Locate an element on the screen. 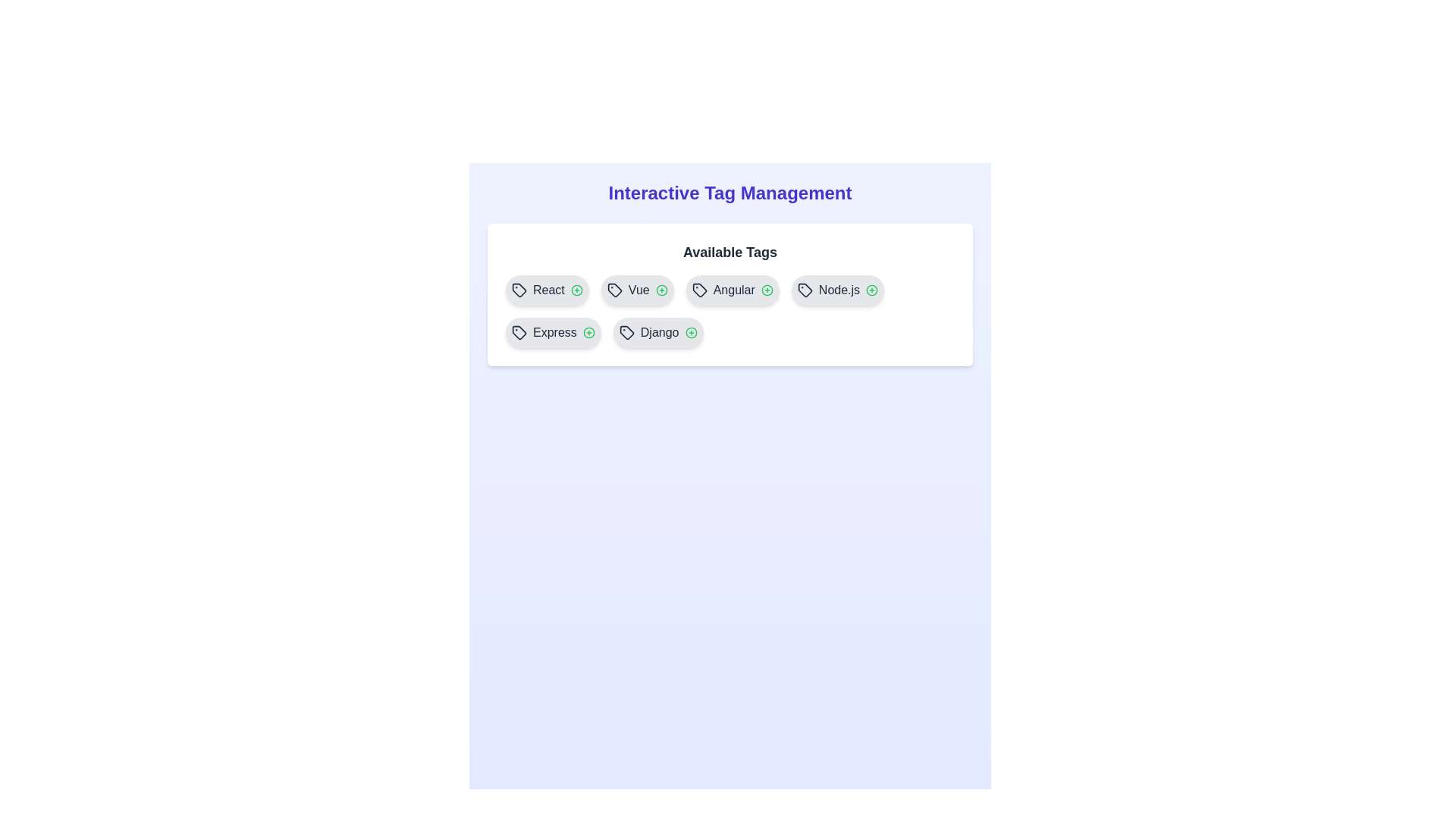 Image resolution: width=1456 pixels, height=819 pixels. the circular icon button with a green outline and a green plus sign in the center, located adjacent to the label 'React' in the 'Available Tags' section is located at coordinates (576, 290).